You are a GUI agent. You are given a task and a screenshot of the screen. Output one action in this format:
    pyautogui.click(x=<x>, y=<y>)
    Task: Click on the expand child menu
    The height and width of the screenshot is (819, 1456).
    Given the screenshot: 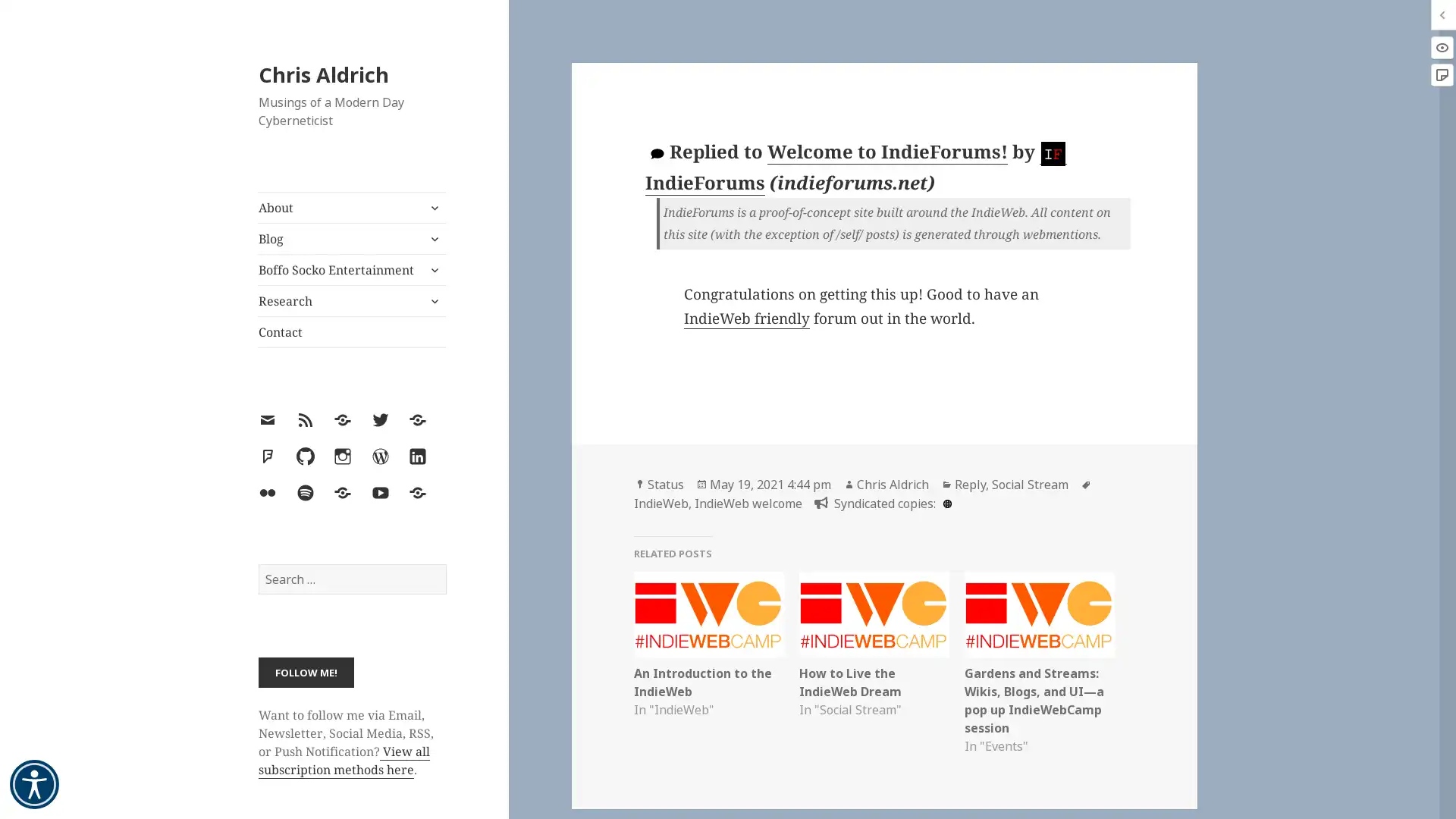 What is the action you would take?
    pyautogui.click(x=432, y=207)
    